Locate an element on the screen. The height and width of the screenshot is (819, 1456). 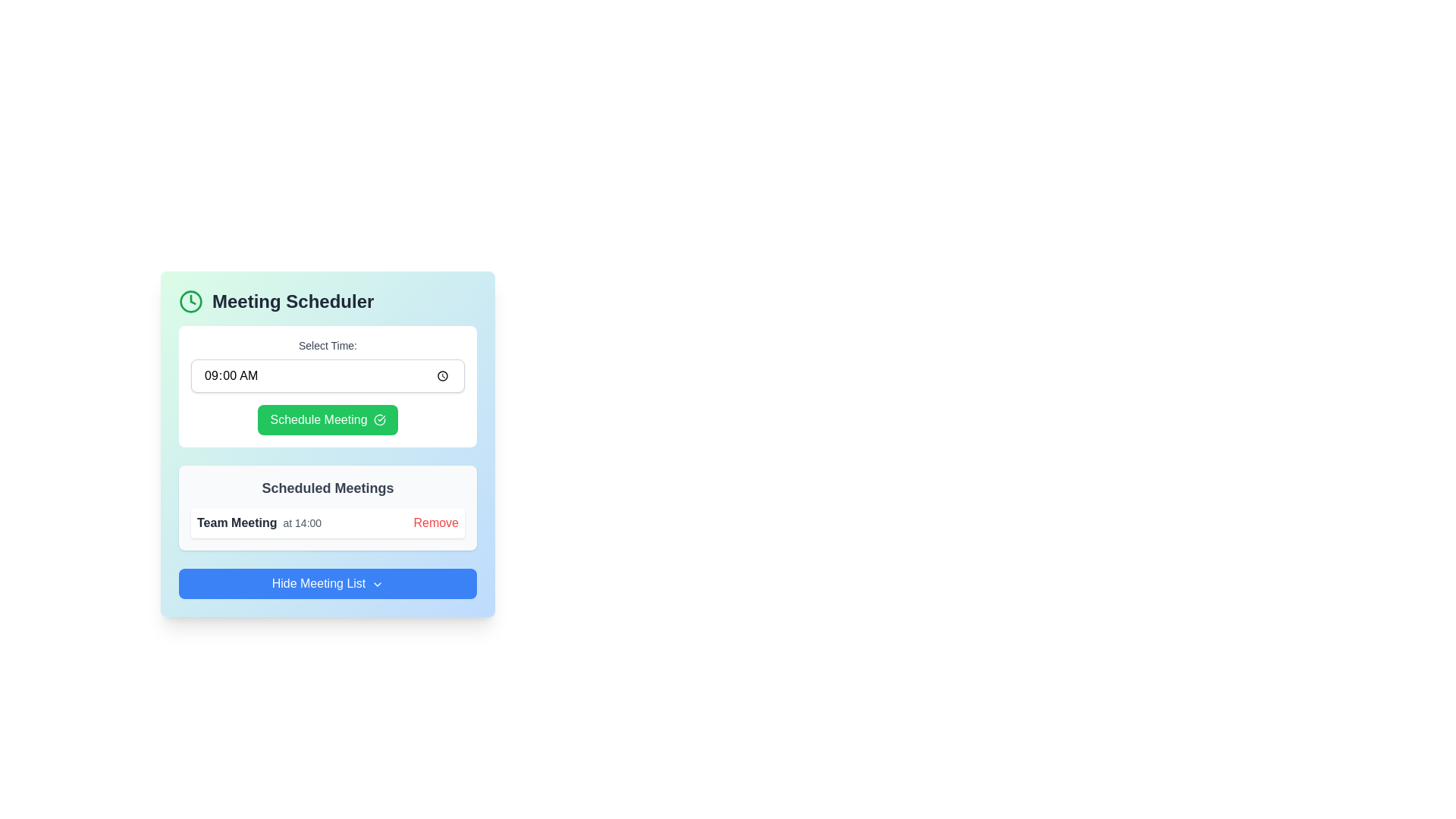
displayed text 'Meeting Scheduler' from the header section featuring a clock icon with a green outline is located at coordinates (327, 301).